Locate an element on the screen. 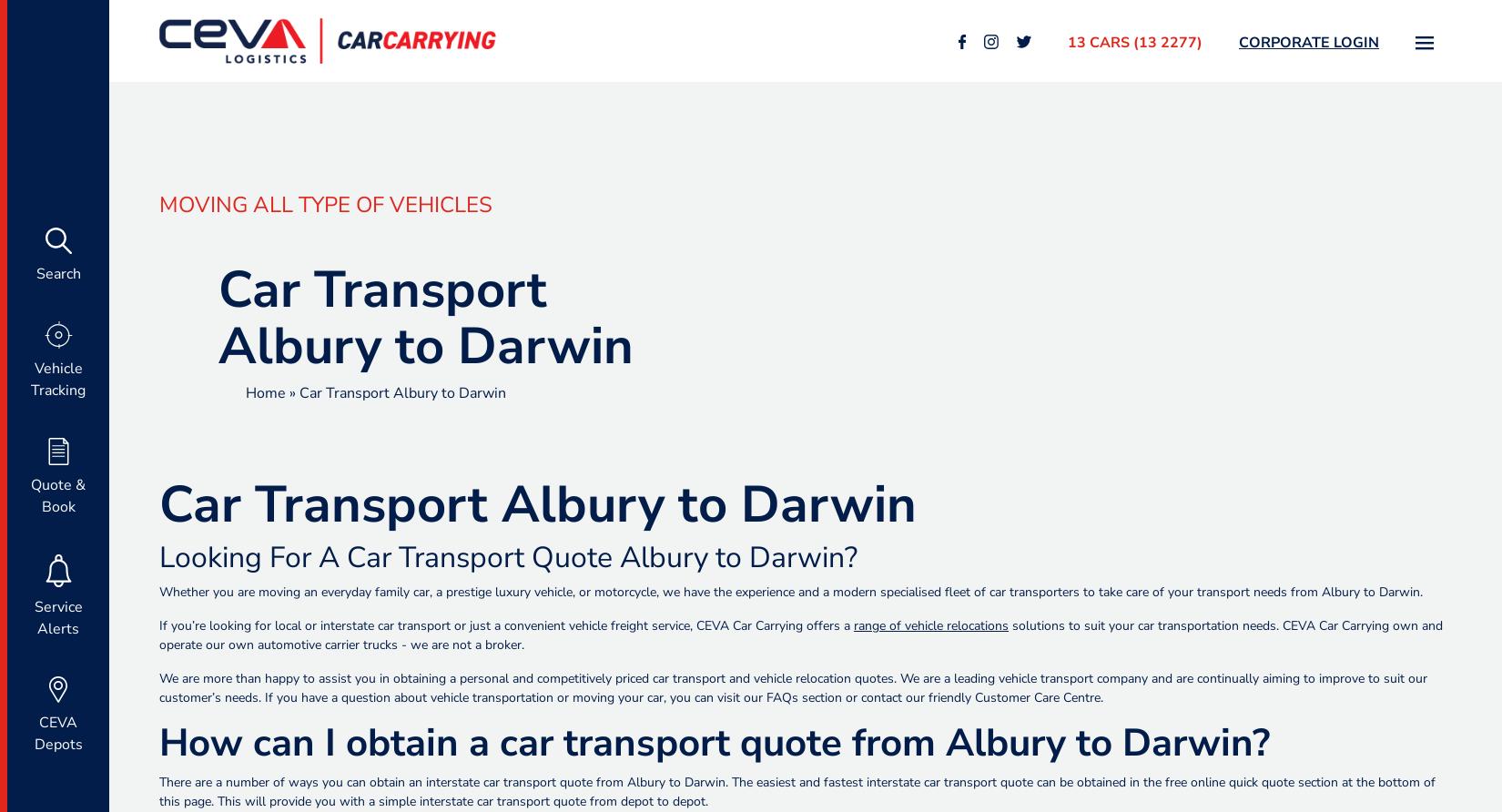 Image resolution: width=1502 pixels, height=812 pixels. 'Moving all type of vehicles' is located at coordinates (326, 204).